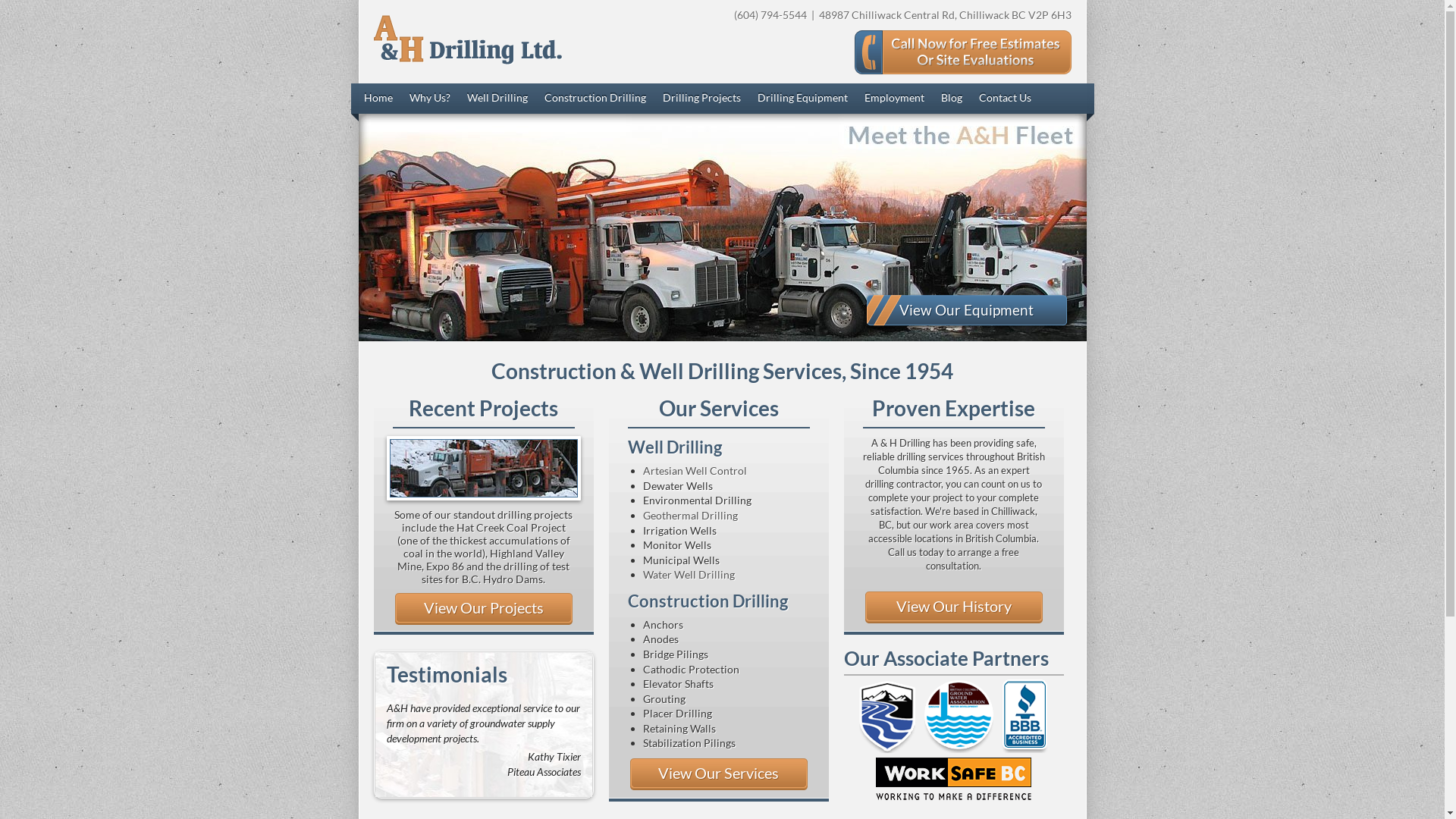 The width and height of the screenshot is (1456, 819). Describe the element at coordinates (595, 99) in the screenshot. I see `'Construction Drilling'` at that location.